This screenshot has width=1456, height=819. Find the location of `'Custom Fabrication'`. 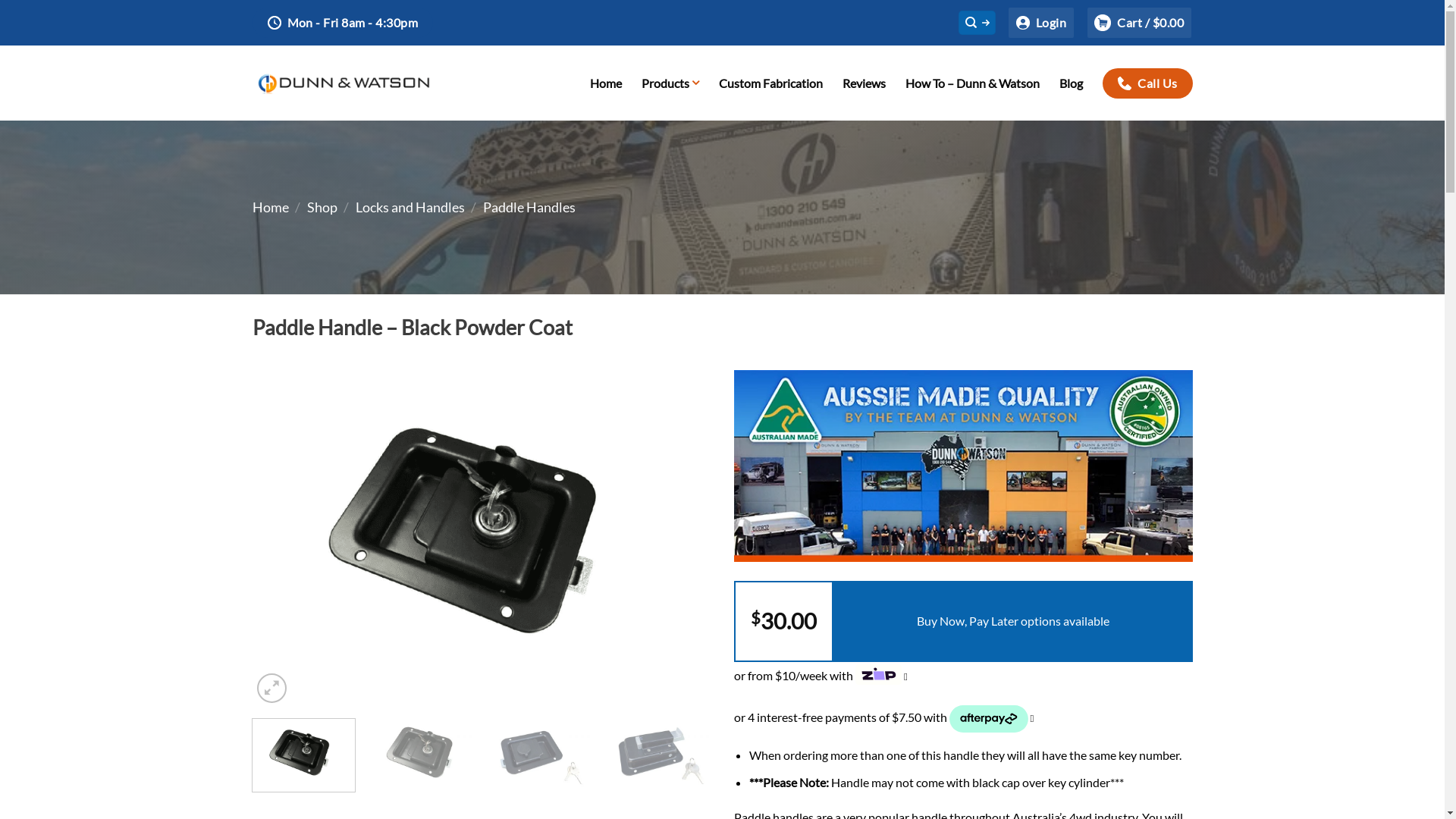

'Custom Fabrication' is located at coordinates (770, 83).